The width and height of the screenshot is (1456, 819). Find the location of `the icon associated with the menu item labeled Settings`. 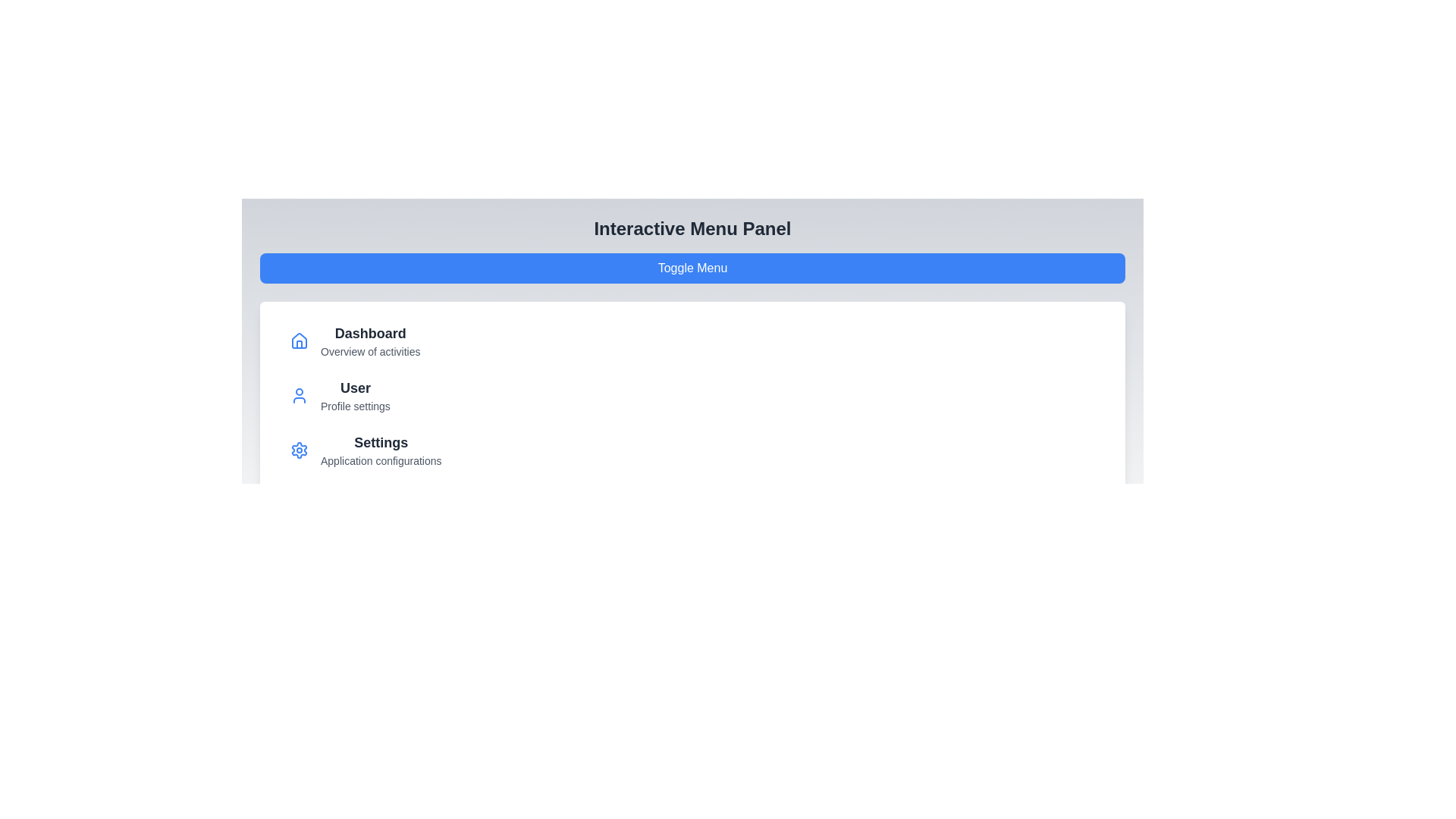

the icon associated with the menu item labeled Settings is located at coordinates (299, 450).